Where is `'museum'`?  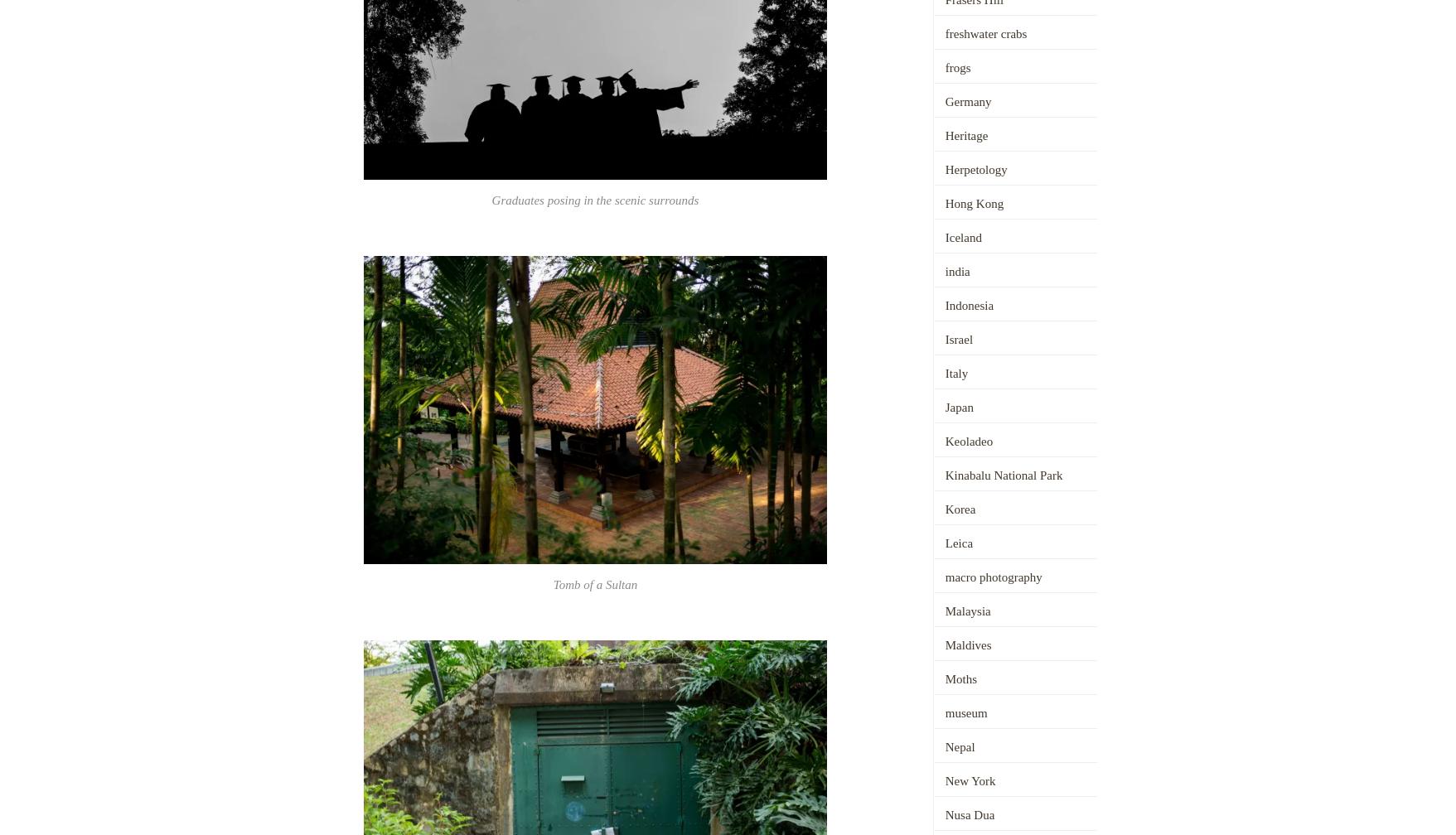
'museum' is located at coordinates (965, 712).